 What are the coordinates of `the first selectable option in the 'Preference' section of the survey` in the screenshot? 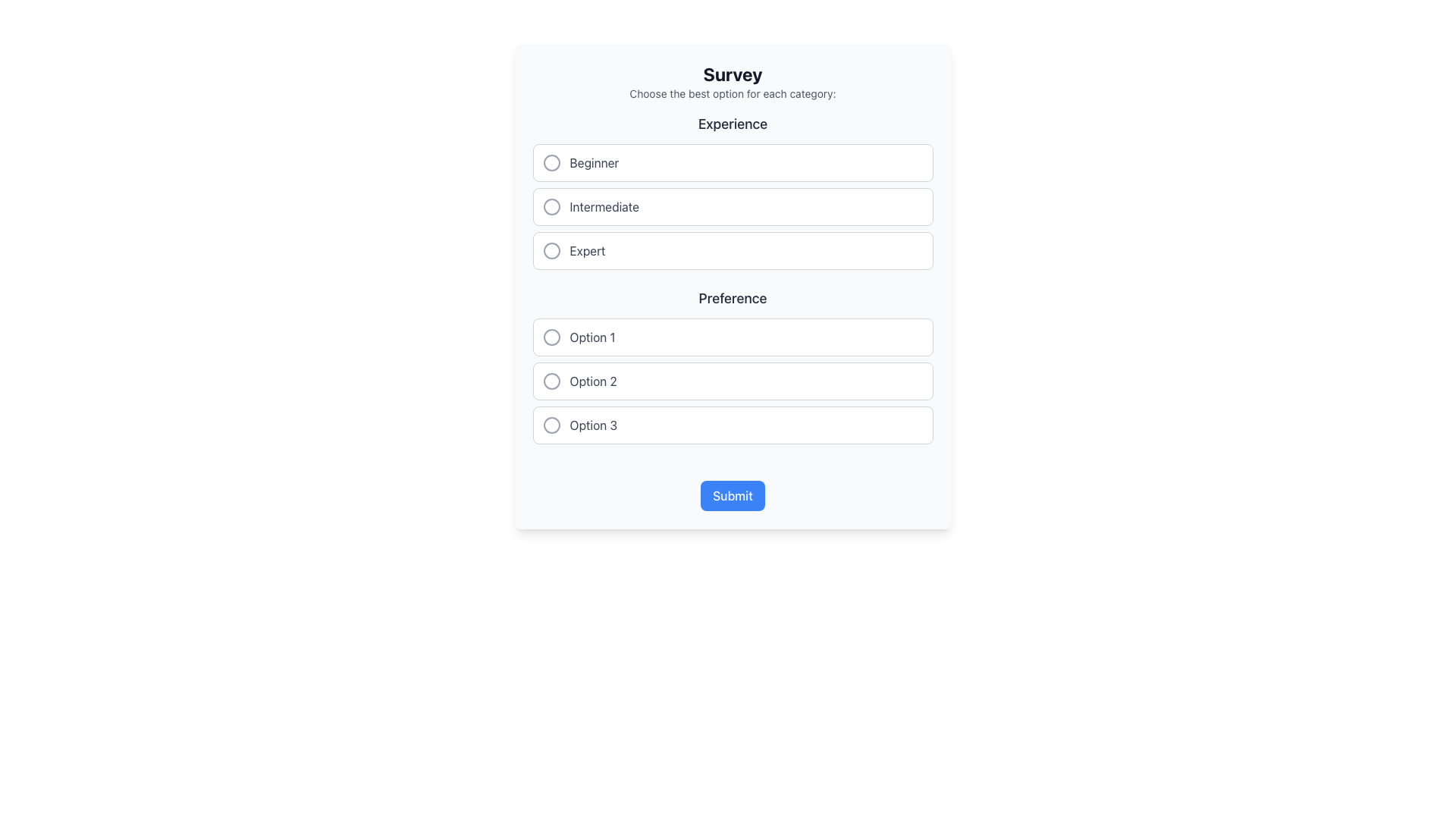 It's located at (733, 336).